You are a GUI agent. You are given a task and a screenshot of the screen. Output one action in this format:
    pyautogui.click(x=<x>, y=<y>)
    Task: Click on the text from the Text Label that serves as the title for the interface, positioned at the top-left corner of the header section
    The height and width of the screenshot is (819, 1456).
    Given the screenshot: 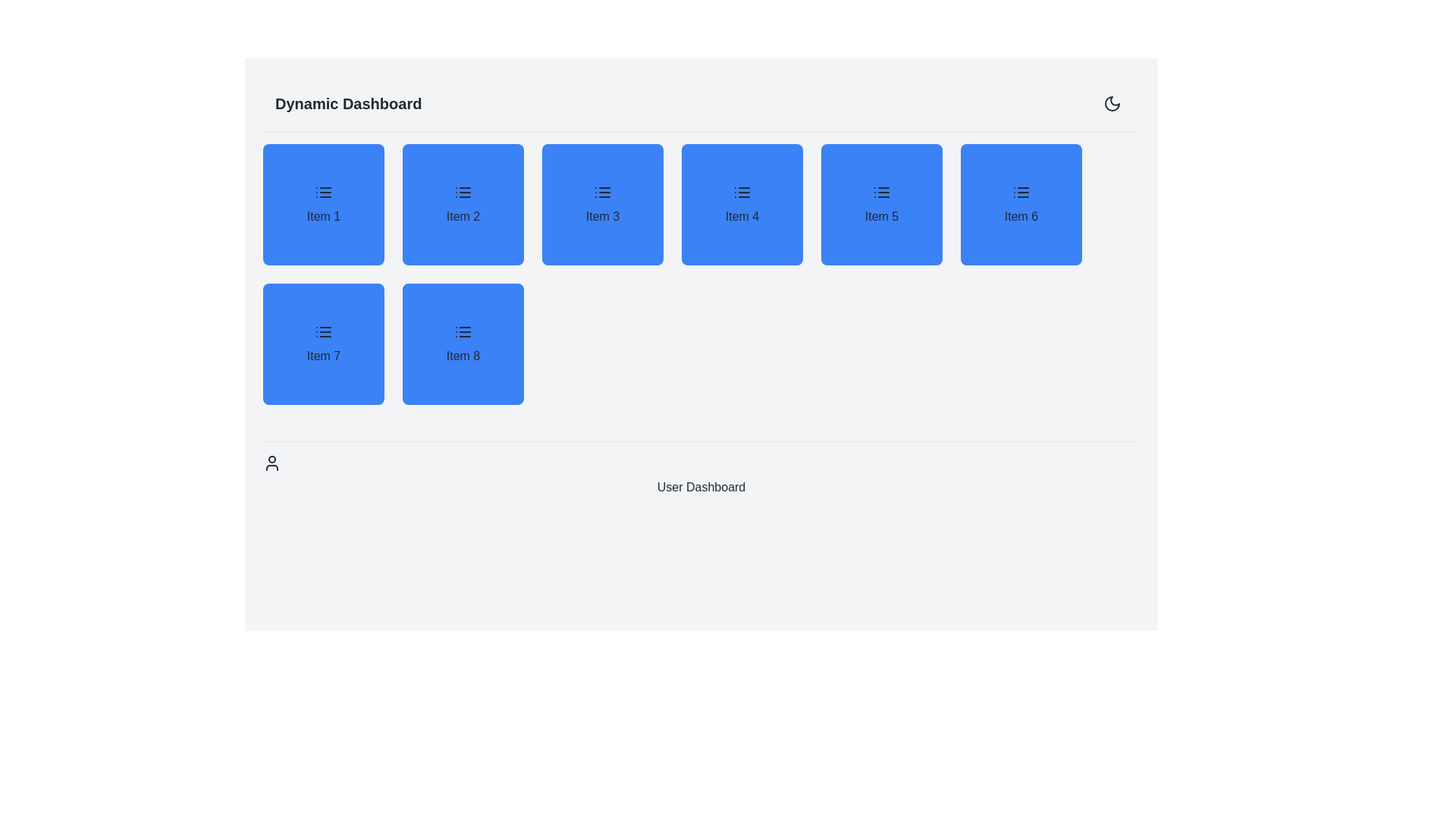 What is the action you would take?
    pyautogui.click(x=347, y=103)
    